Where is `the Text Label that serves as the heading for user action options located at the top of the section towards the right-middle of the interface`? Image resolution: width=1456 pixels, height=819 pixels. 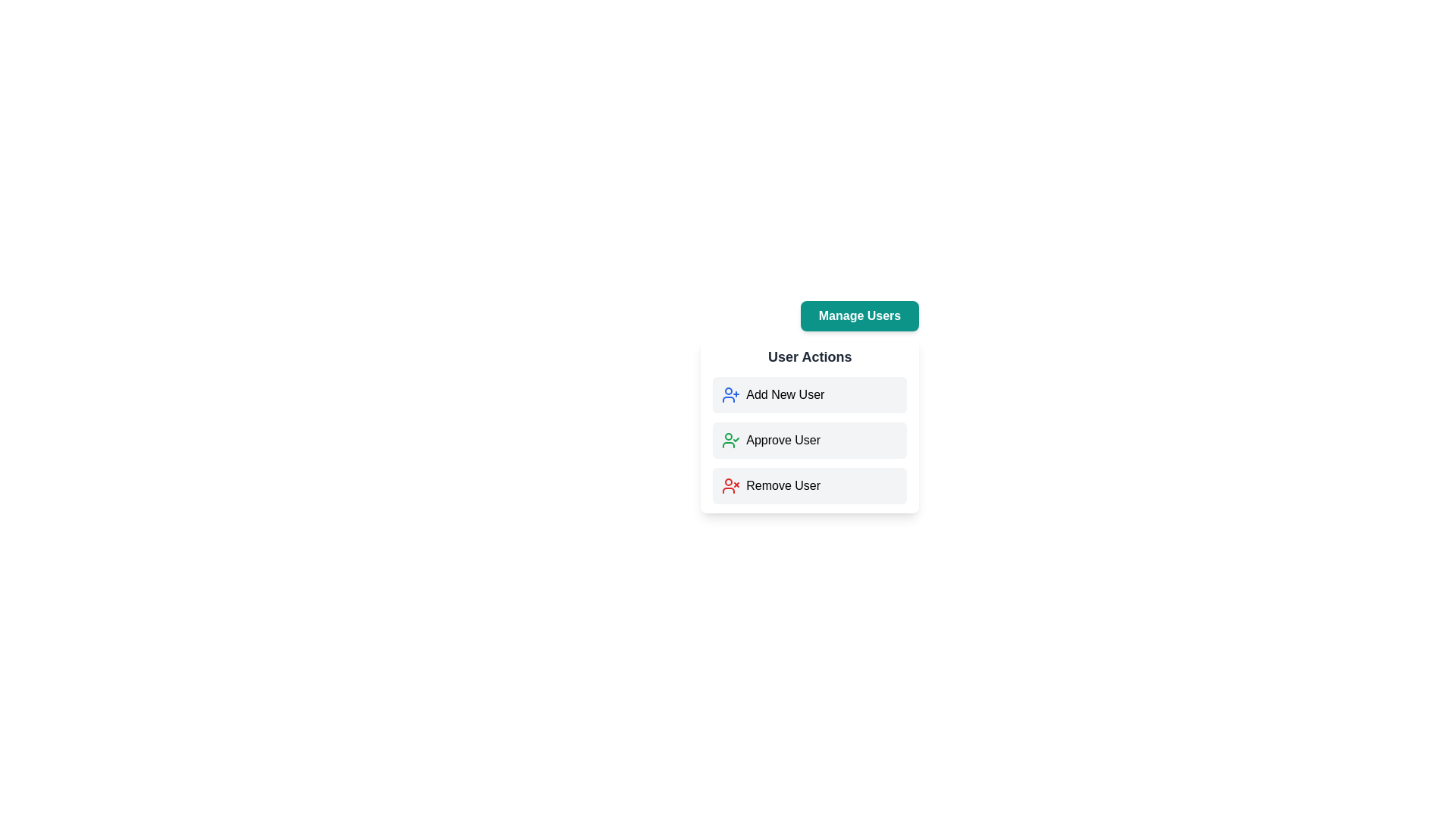
the Text Label that serves as the heading for user action options located at the top of the section towards the right-middle of the interface is located at coordinates (809, 356).